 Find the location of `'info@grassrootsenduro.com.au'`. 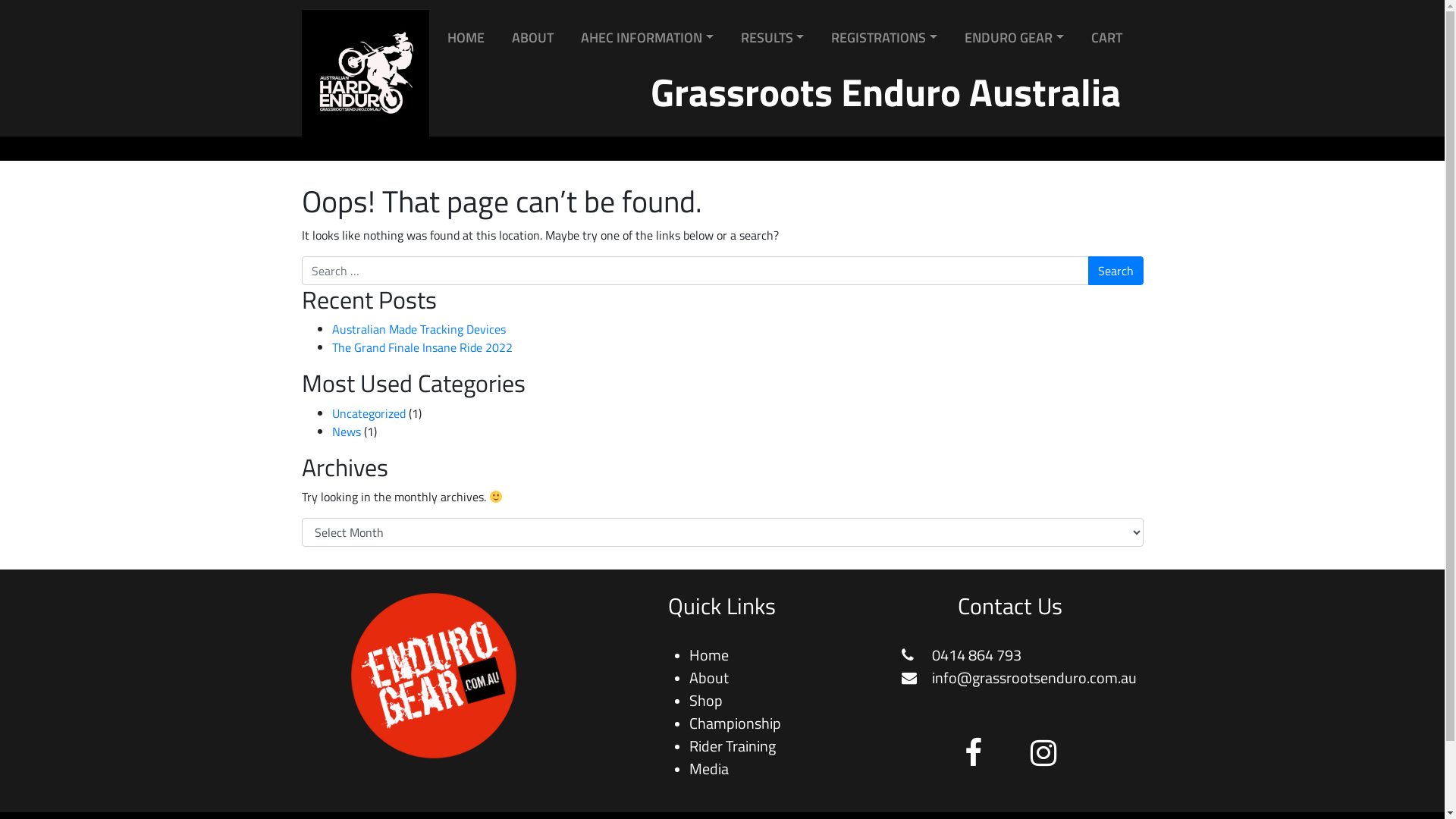

'info@grassrootsenduro.com.au' is located at coordinates (1019, 676).